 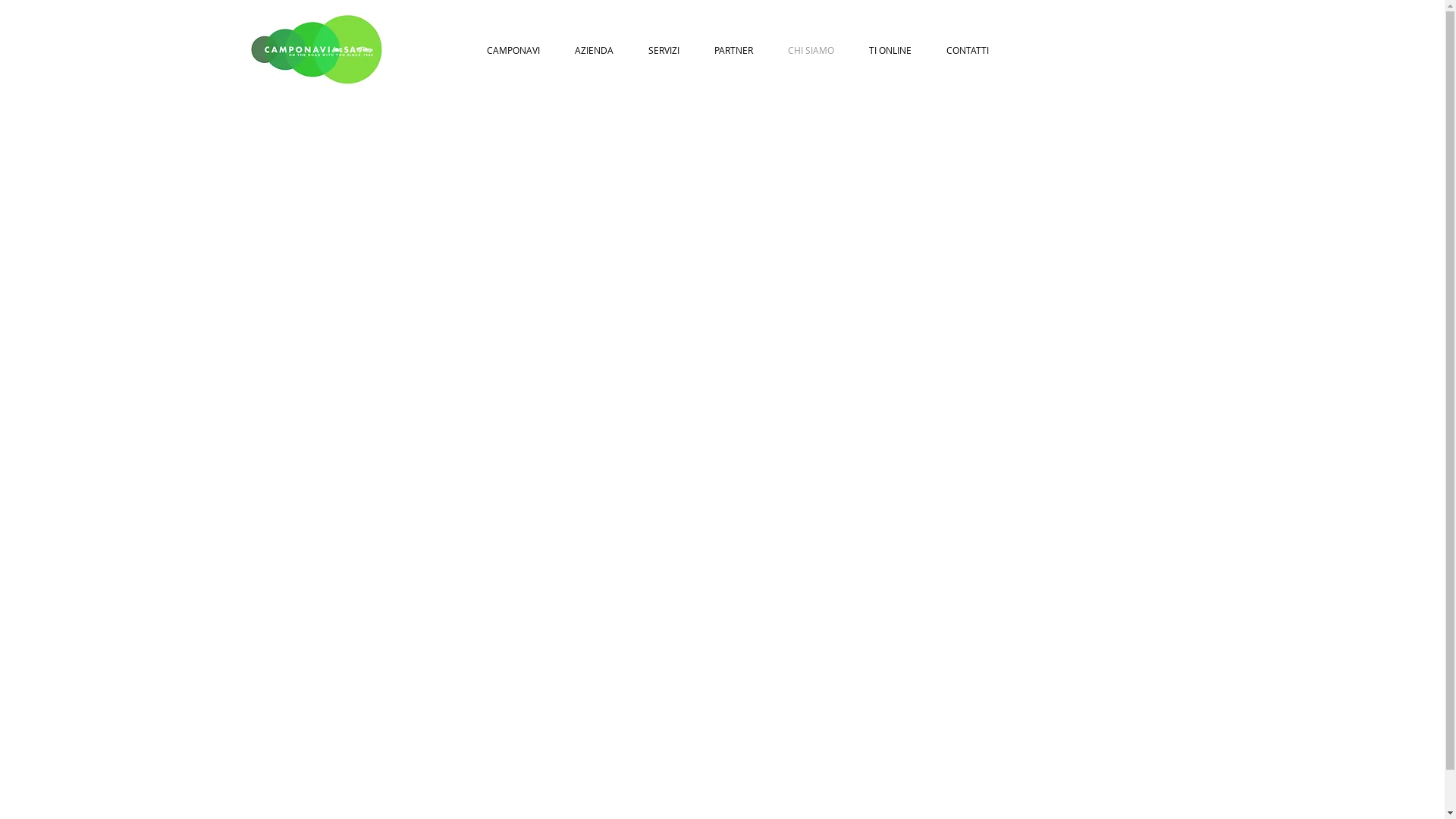 I want to click on 'SERVIZI', so click(x=663, y=49).